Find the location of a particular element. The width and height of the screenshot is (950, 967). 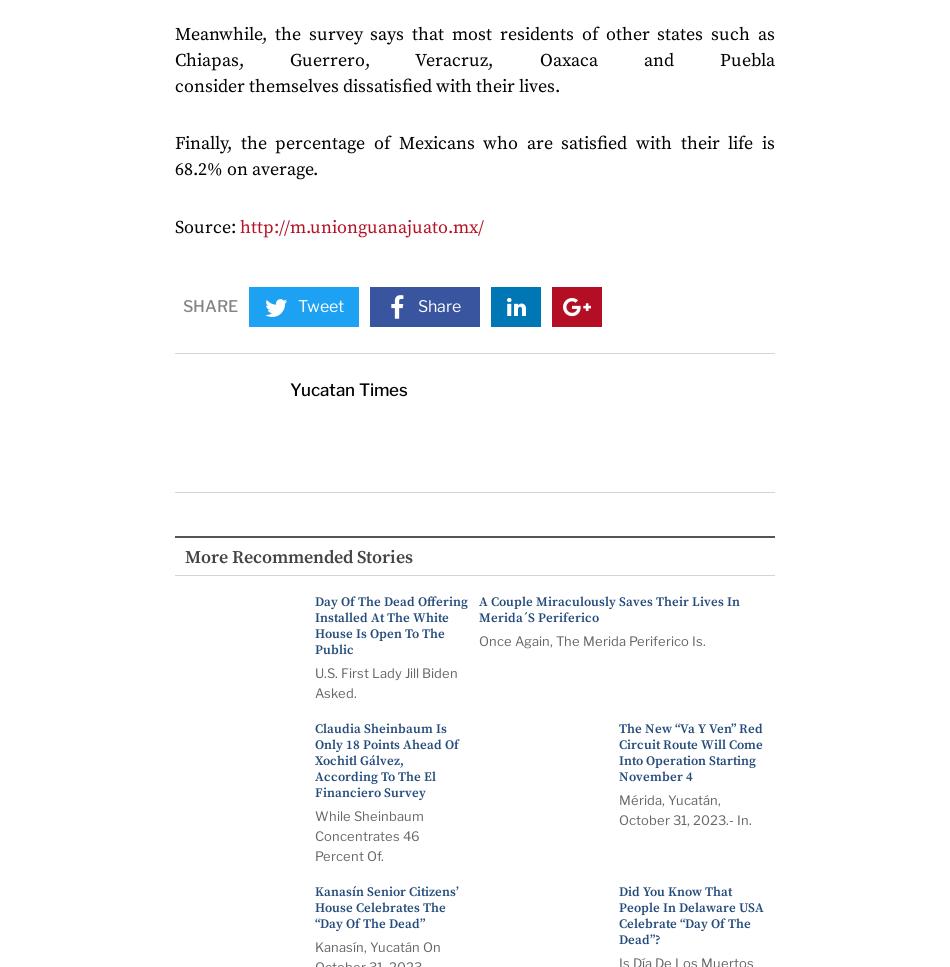

'Once again, the Merida Periferico is.' is located at coordinates (592, 640).